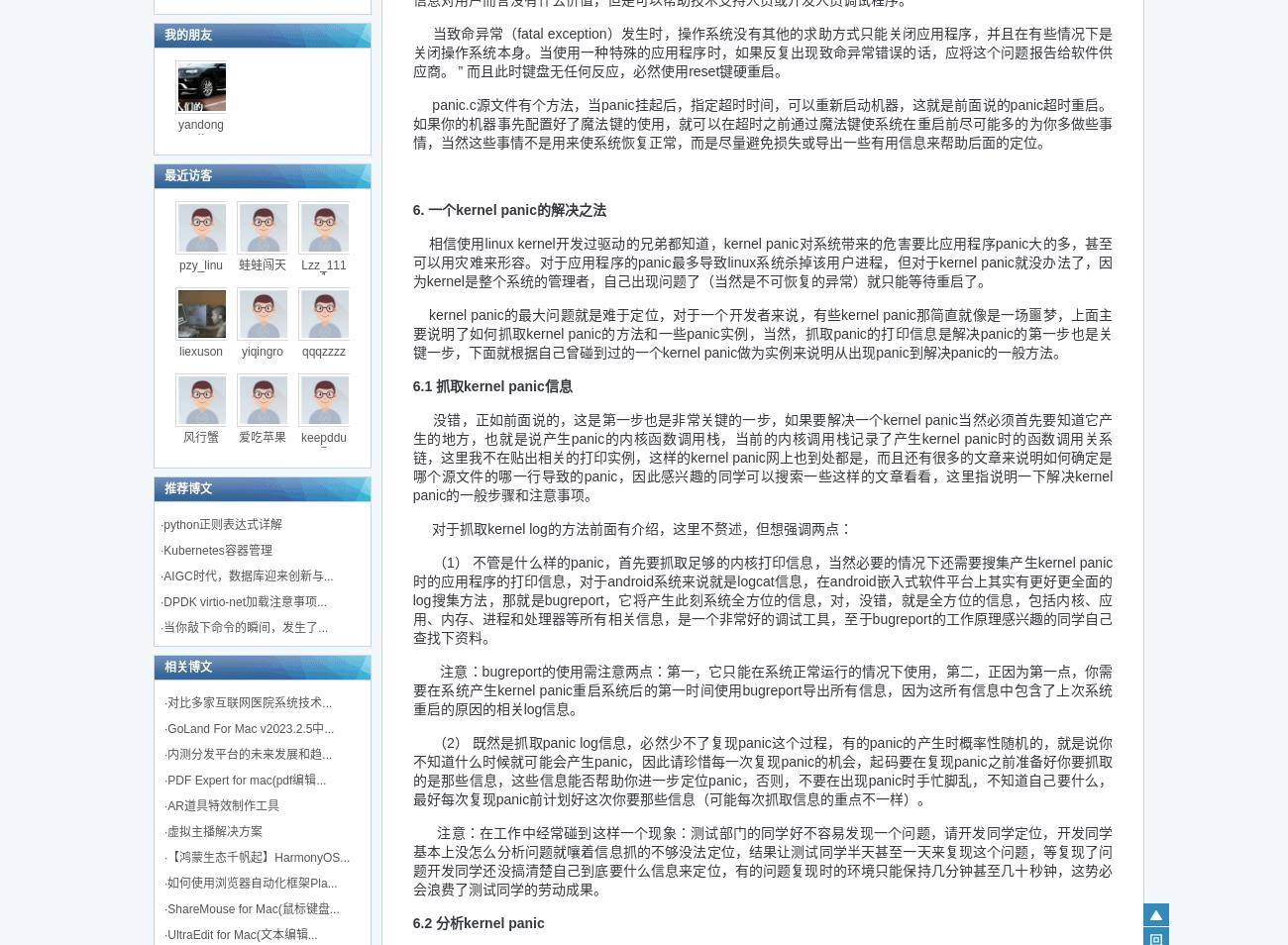  What do you see at coordinates (300, 351) in the screenshot?
I see `'qqqzzzz'` at bounding box center [300, 351].